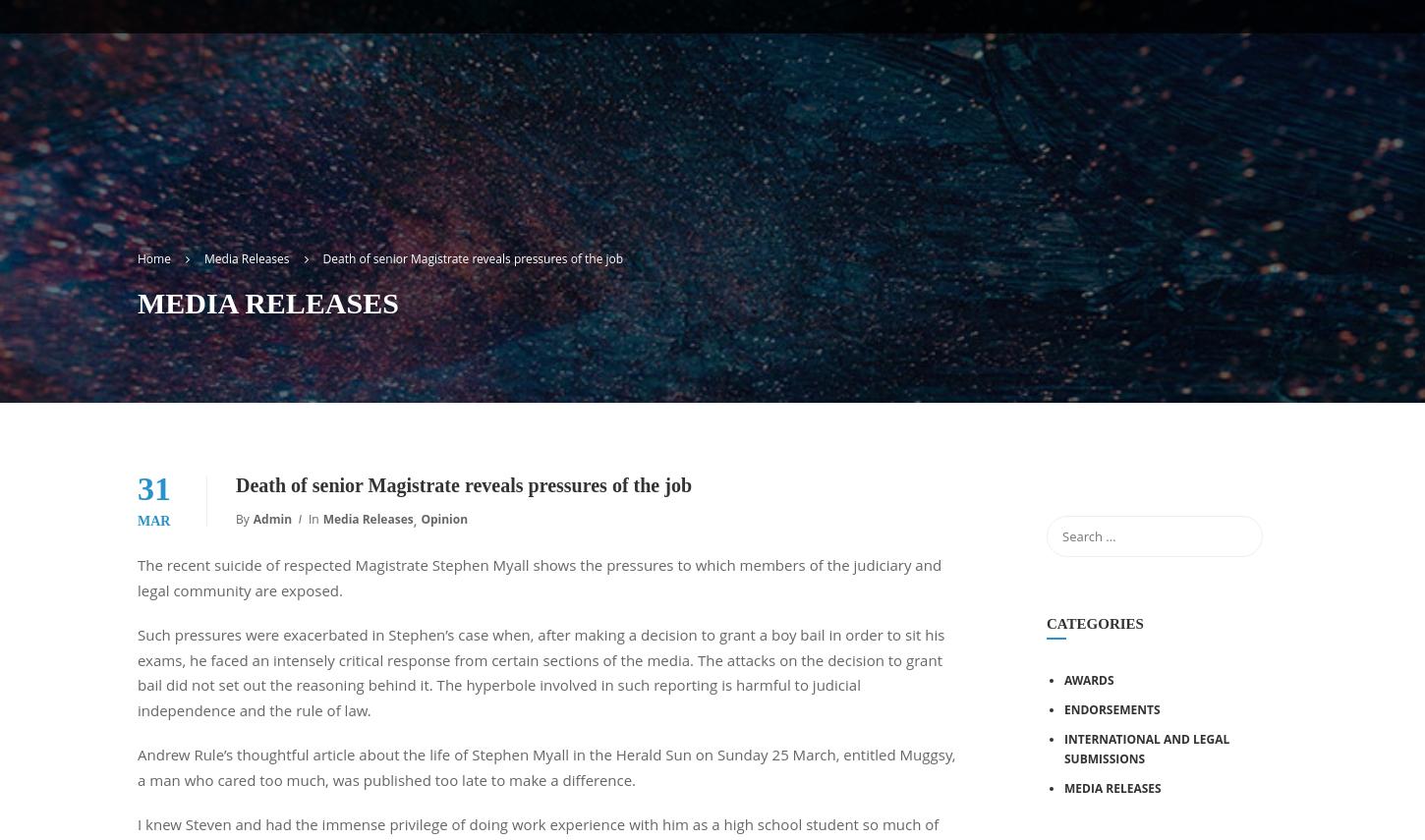 This screenshot has width=1425, height=840. What do you see at coordinates (545, 765) in the screenshot?
I see `'Andrew Rule’s thoughtful article about the life of Stephen Myall in the Herald Sun on Sunday 25 March, entitled Muggsy, a man who cared too much, was published too late to make a difference.'` at bounding box center [545, 765].